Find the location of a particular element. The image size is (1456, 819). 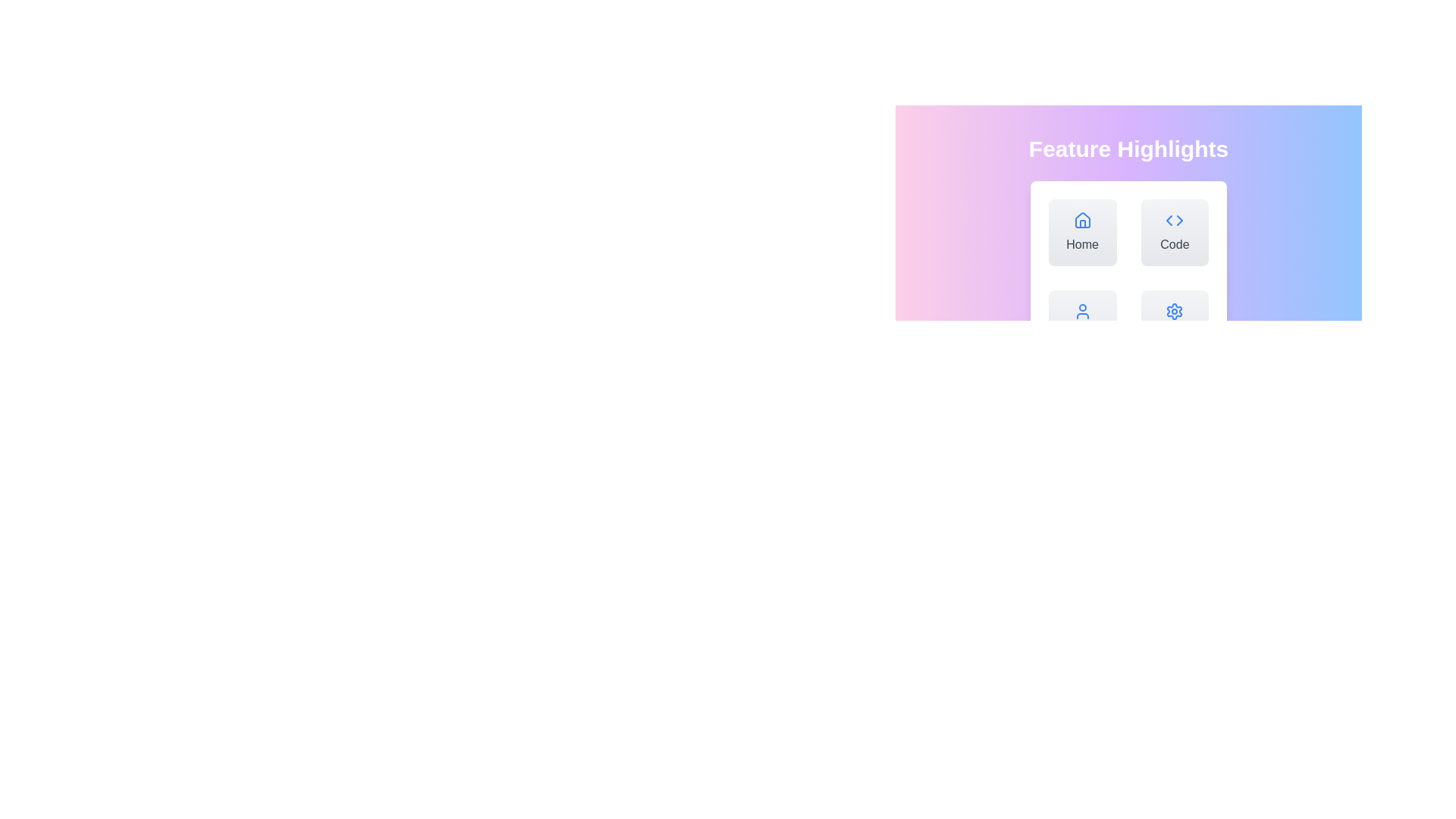

the 'Settings' button located at the bottom-right of the grid layout is located at coordinates (1174, 323).